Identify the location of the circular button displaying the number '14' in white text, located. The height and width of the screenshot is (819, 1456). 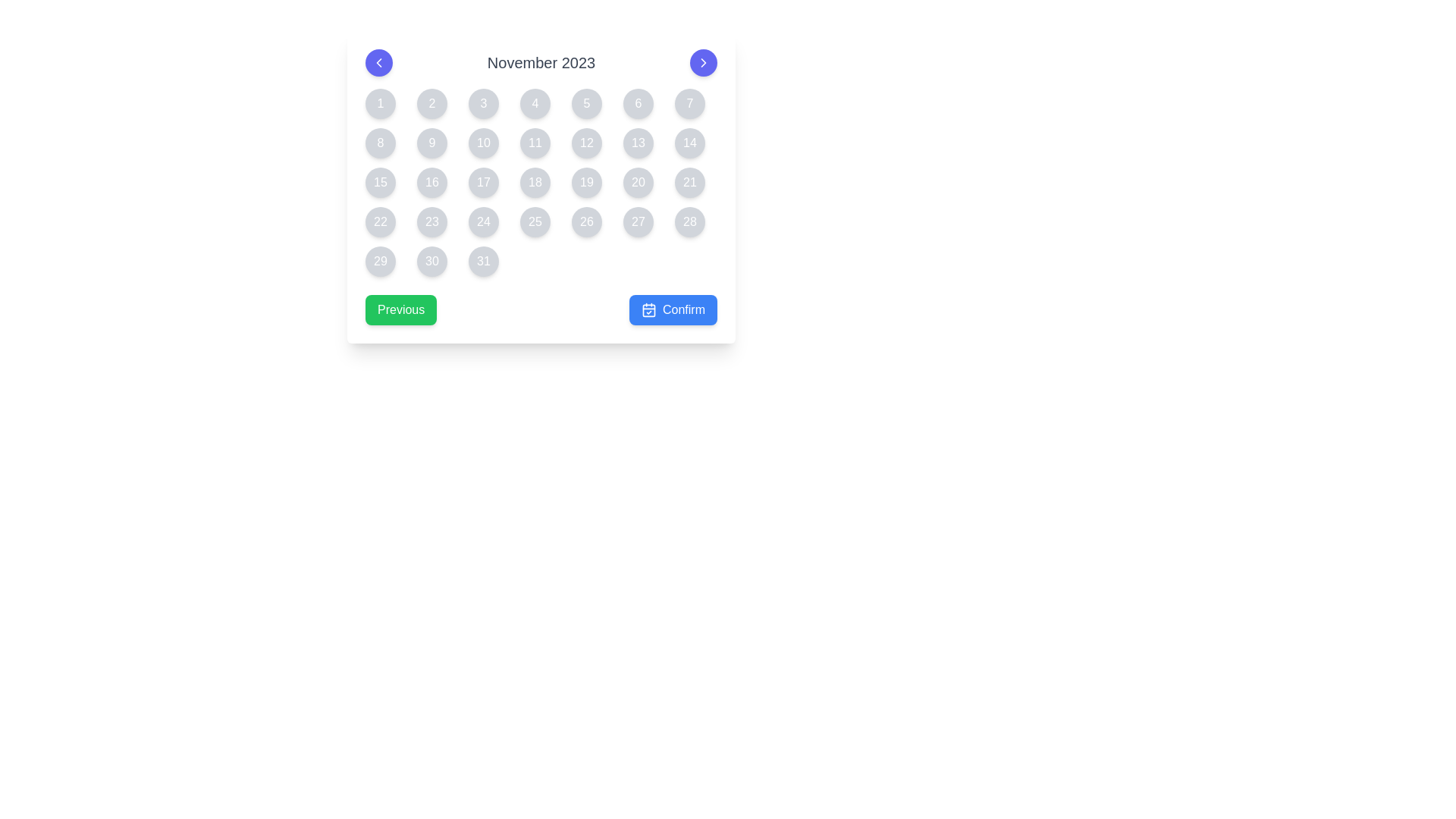
(689, 143).